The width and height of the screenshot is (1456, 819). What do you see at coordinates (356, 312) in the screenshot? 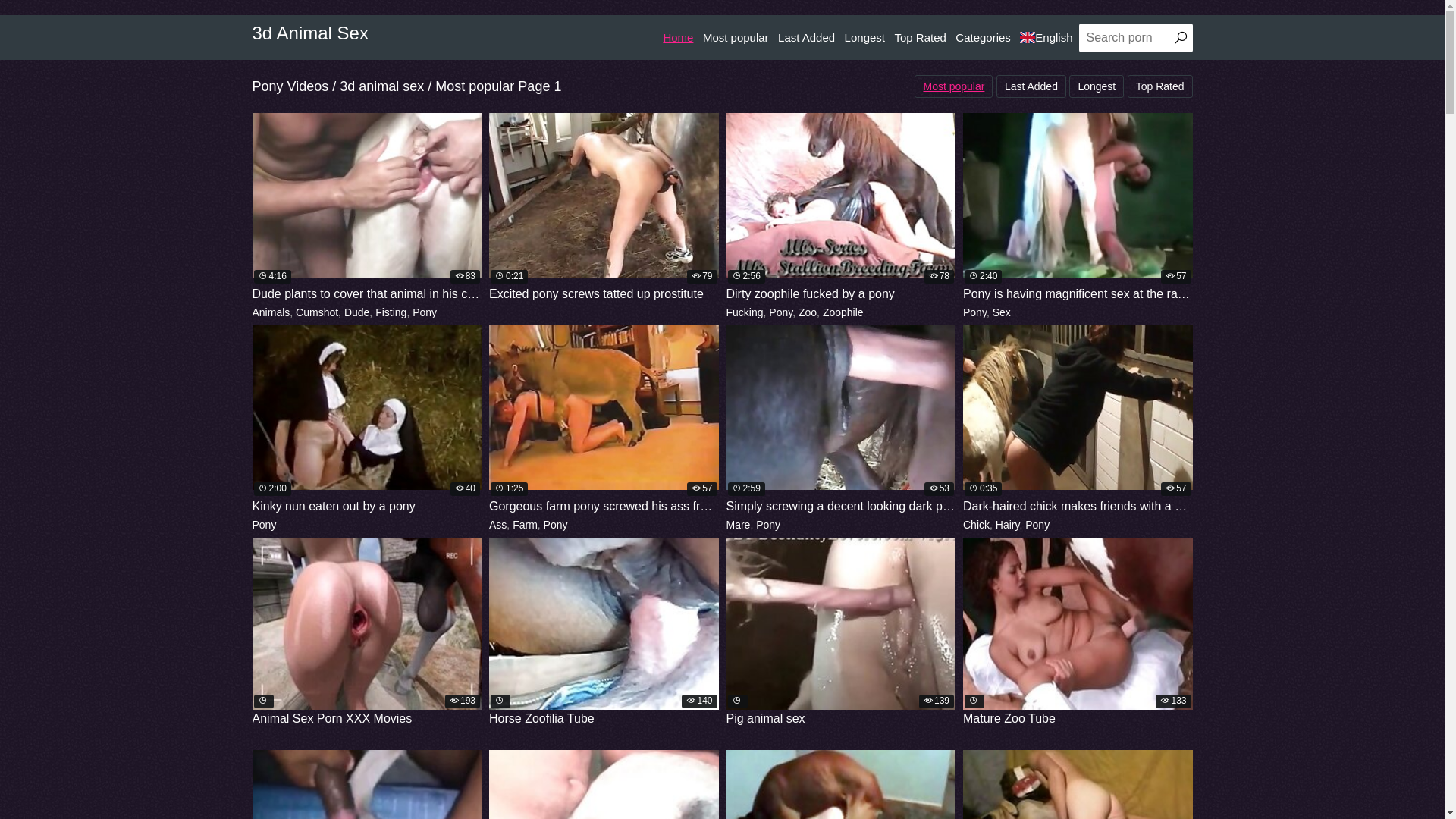
I see `'Dude'` at bounding box center [356, 312].